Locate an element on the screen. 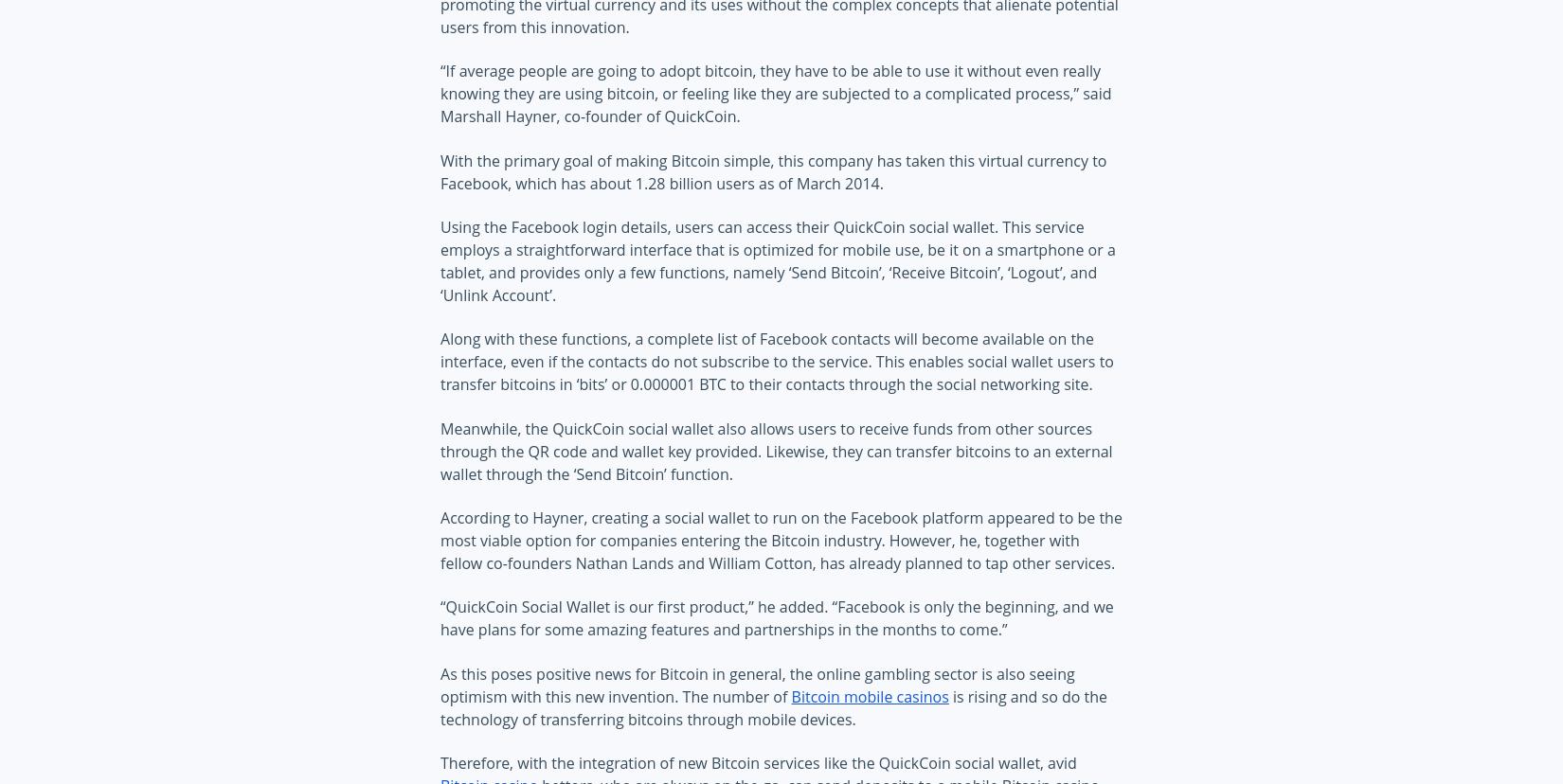 This screenshot has width=1563, height=784. 'As this poses positive news for Bitcoin in general, the online gambling sector is also seeing optimism with this new invention. The number of' is located at coordinates (756, 685).